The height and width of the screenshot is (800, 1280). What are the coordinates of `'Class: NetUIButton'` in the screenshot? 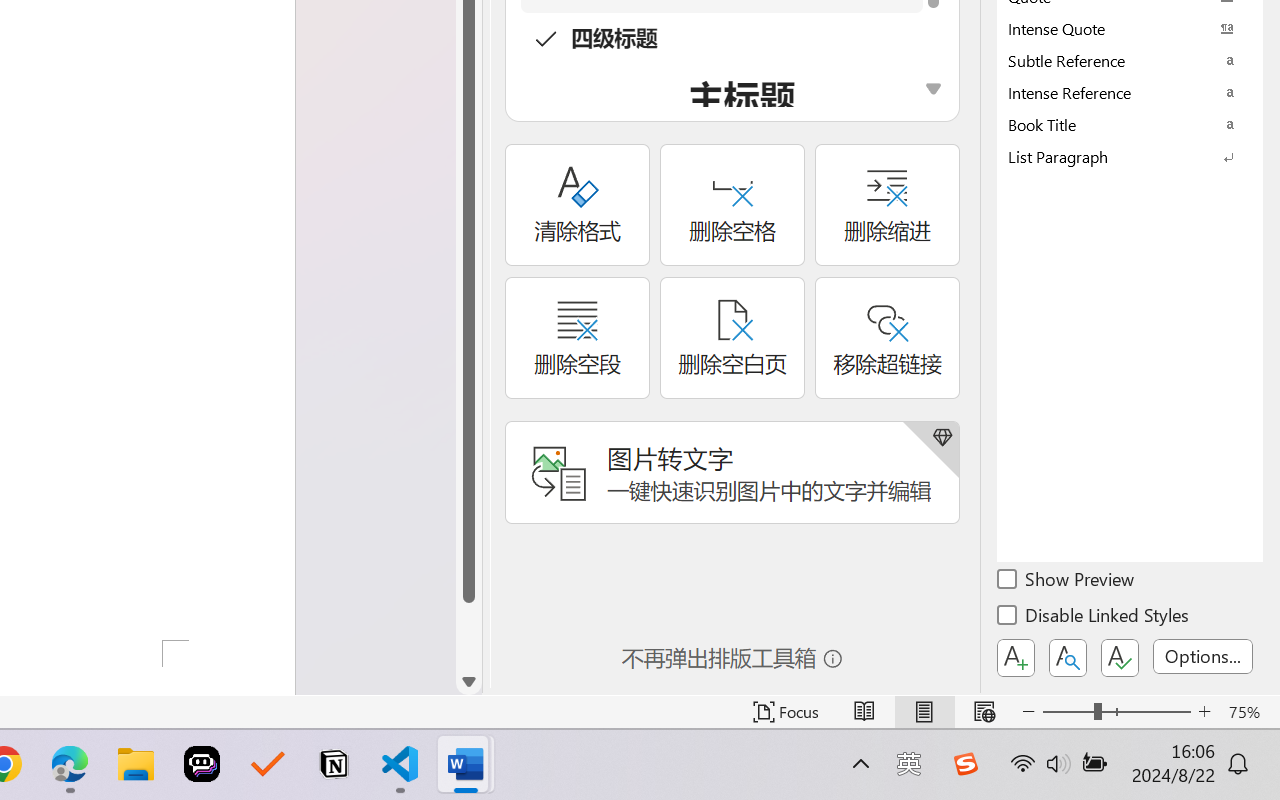 It's located at (1120, 657).